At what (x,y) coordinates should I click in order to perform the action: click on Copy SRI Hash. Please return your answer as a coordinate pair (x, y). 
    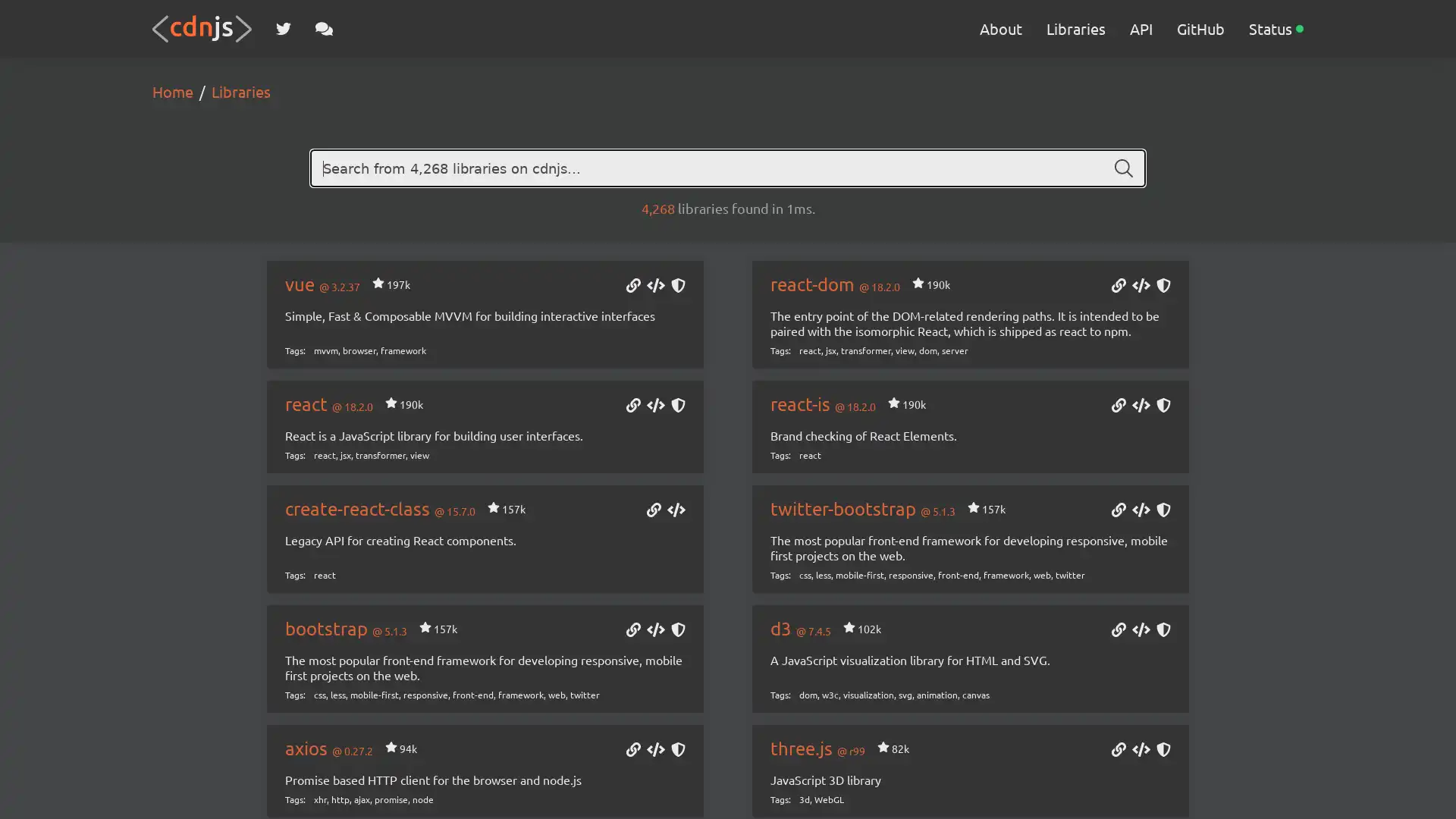
    Looking at the image, I should click on (676, 287).